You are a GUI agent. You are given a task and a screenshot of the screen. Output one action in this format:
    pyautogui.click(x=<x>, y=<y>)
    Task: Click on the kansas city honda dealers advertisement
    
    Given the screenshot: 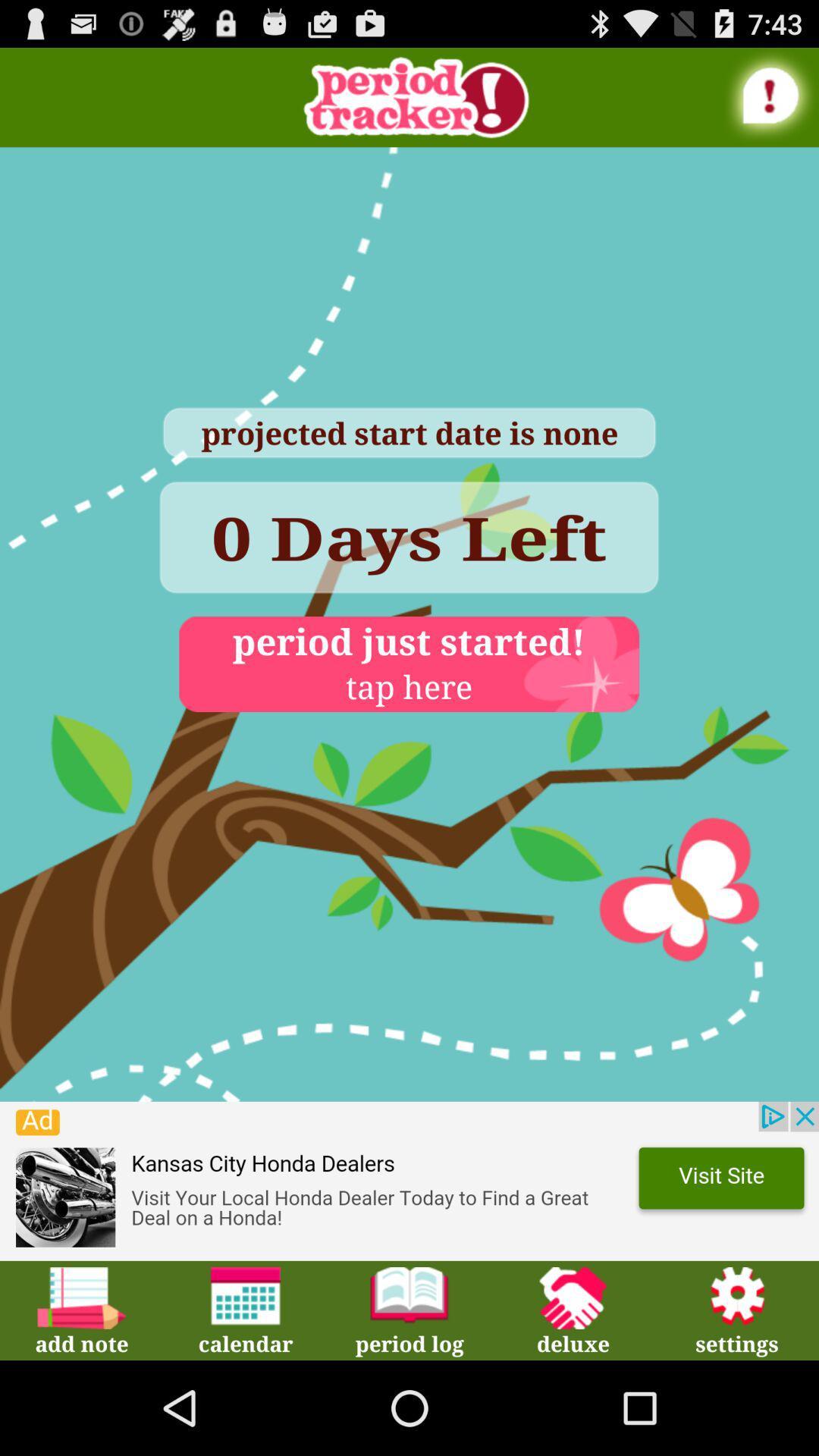 What is the action you would take?
    pyautogui.click(x=409, y=1180)
    